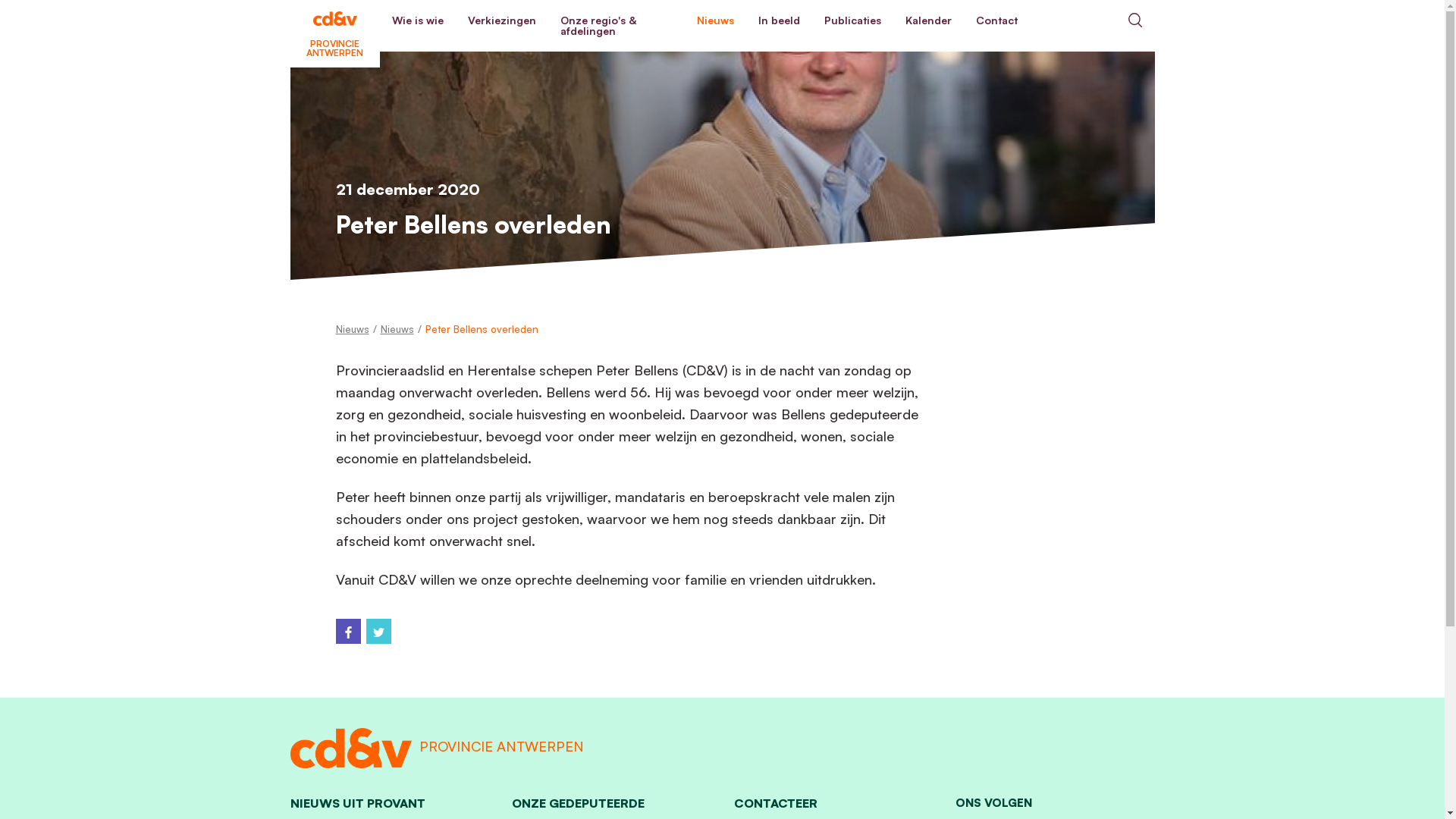  Describe the element at coordinates (334, 20) in the screenshot. I see `'PROVINCIE ANTWERPEN'` at that location.